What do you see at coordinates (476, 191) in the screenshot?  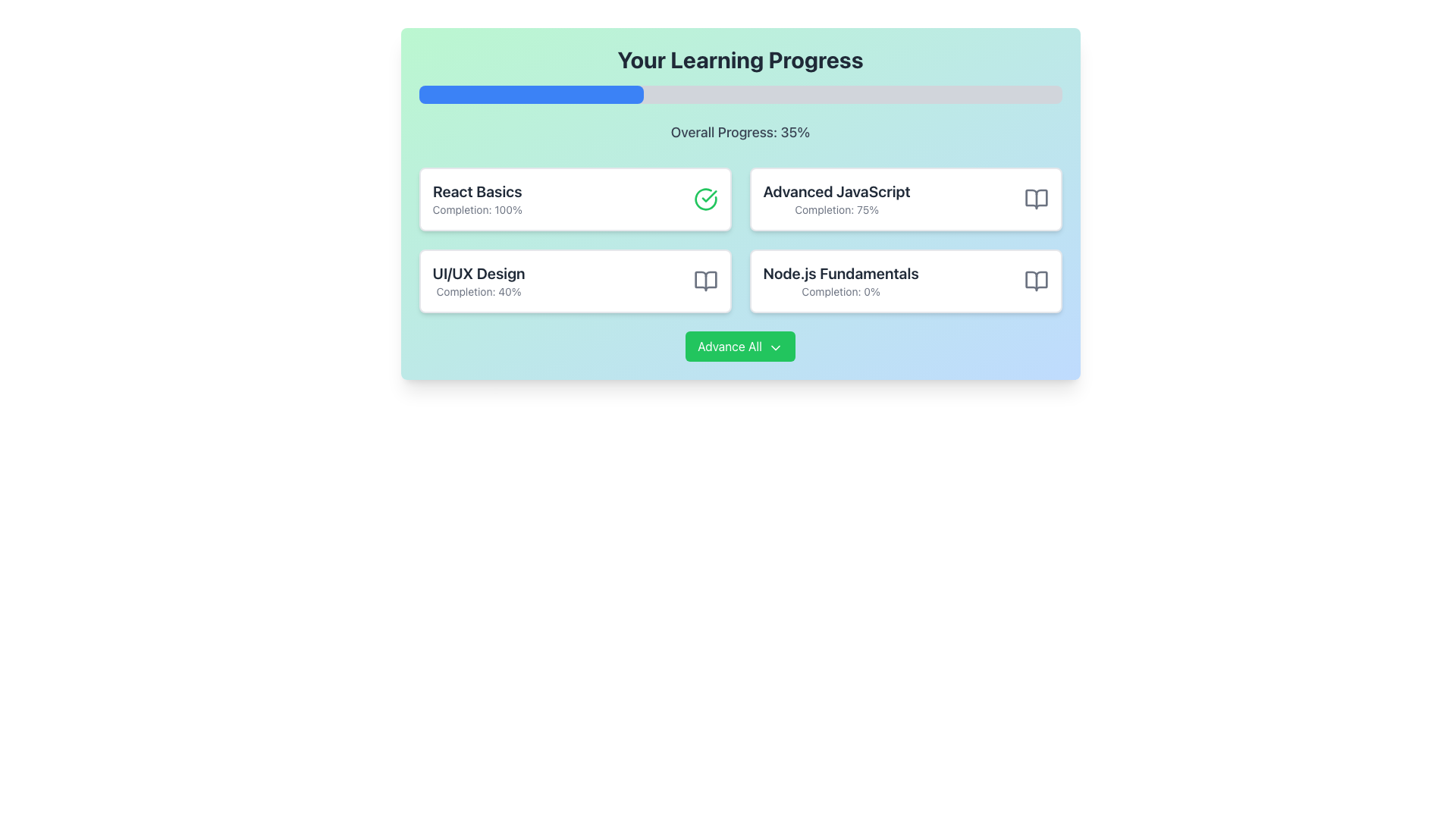 I see `text from the header label that indicates the name of the course or topic, located in the upper-left section of the card-like structure` at bounding box center [476, 191].